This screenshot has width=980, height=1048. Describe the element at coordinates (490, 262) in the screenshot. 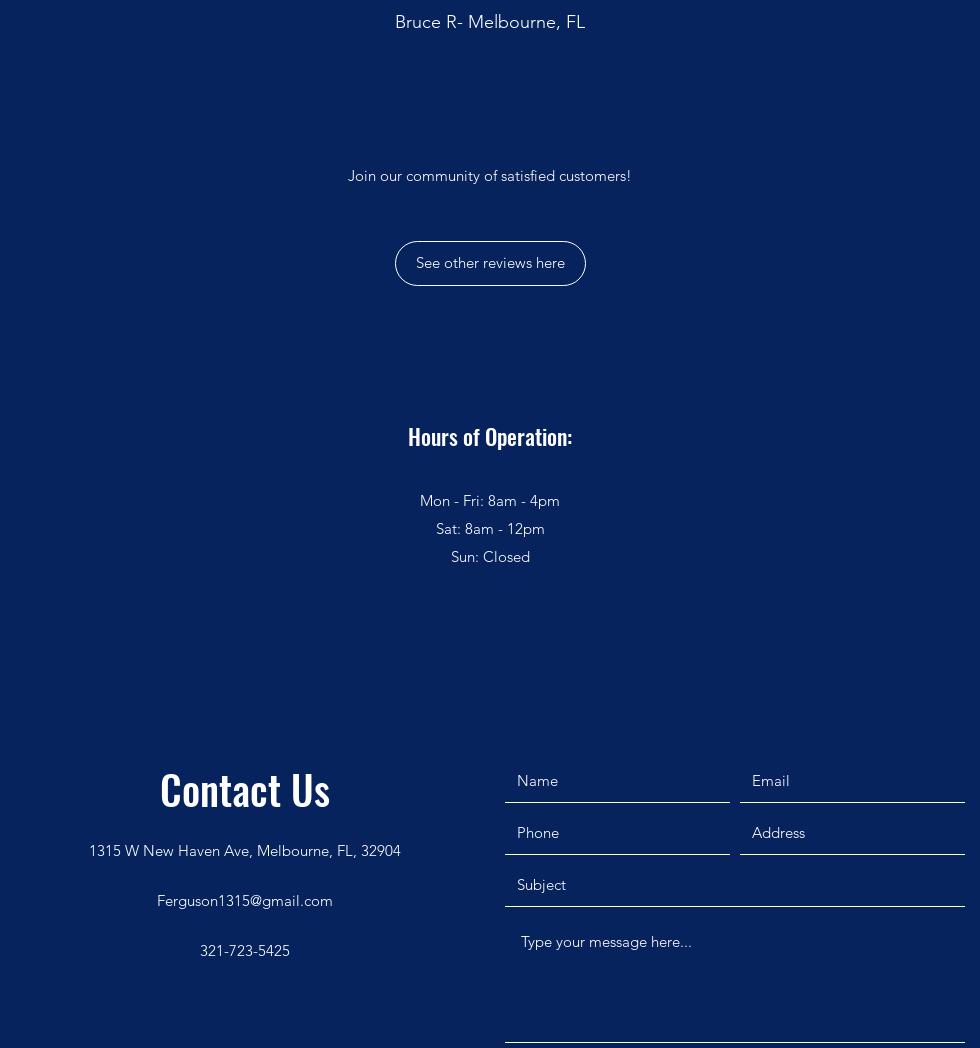

I see `'See other reviews here'` at that location.